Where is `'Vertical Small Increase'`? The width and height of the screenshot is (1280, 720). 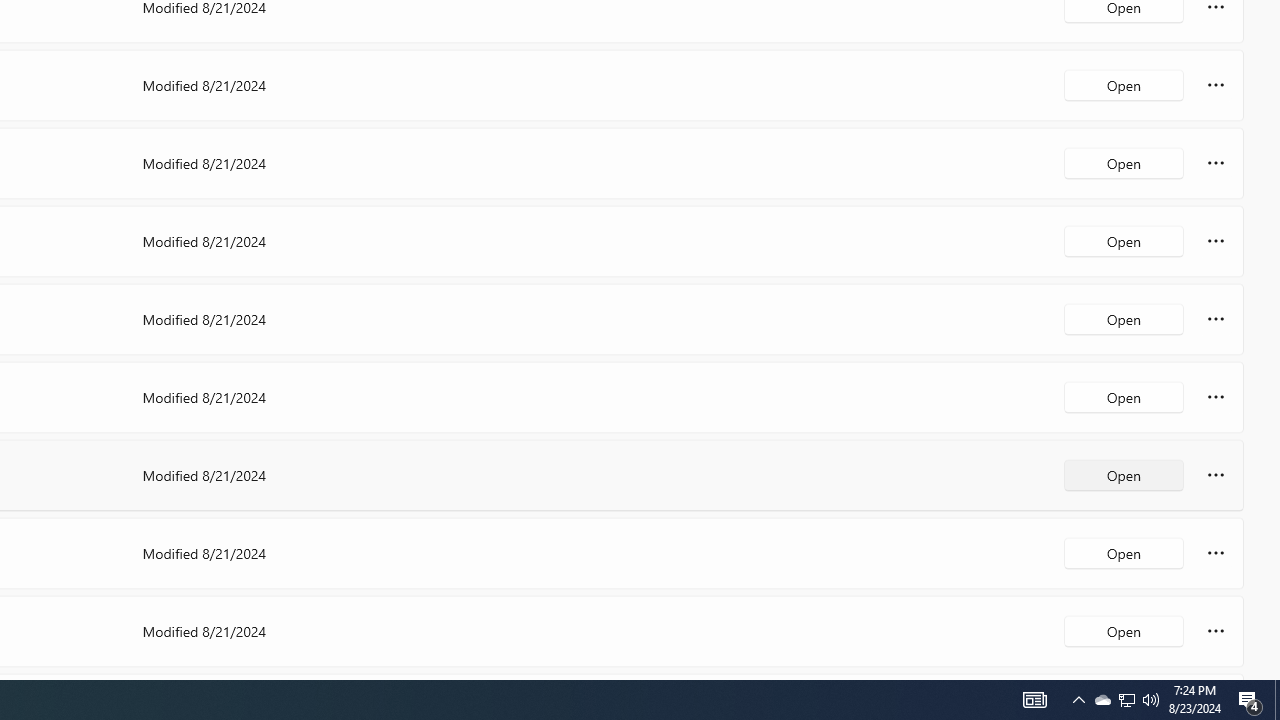
'Vertical Small Increase' is located at coordinates (1271, 672).